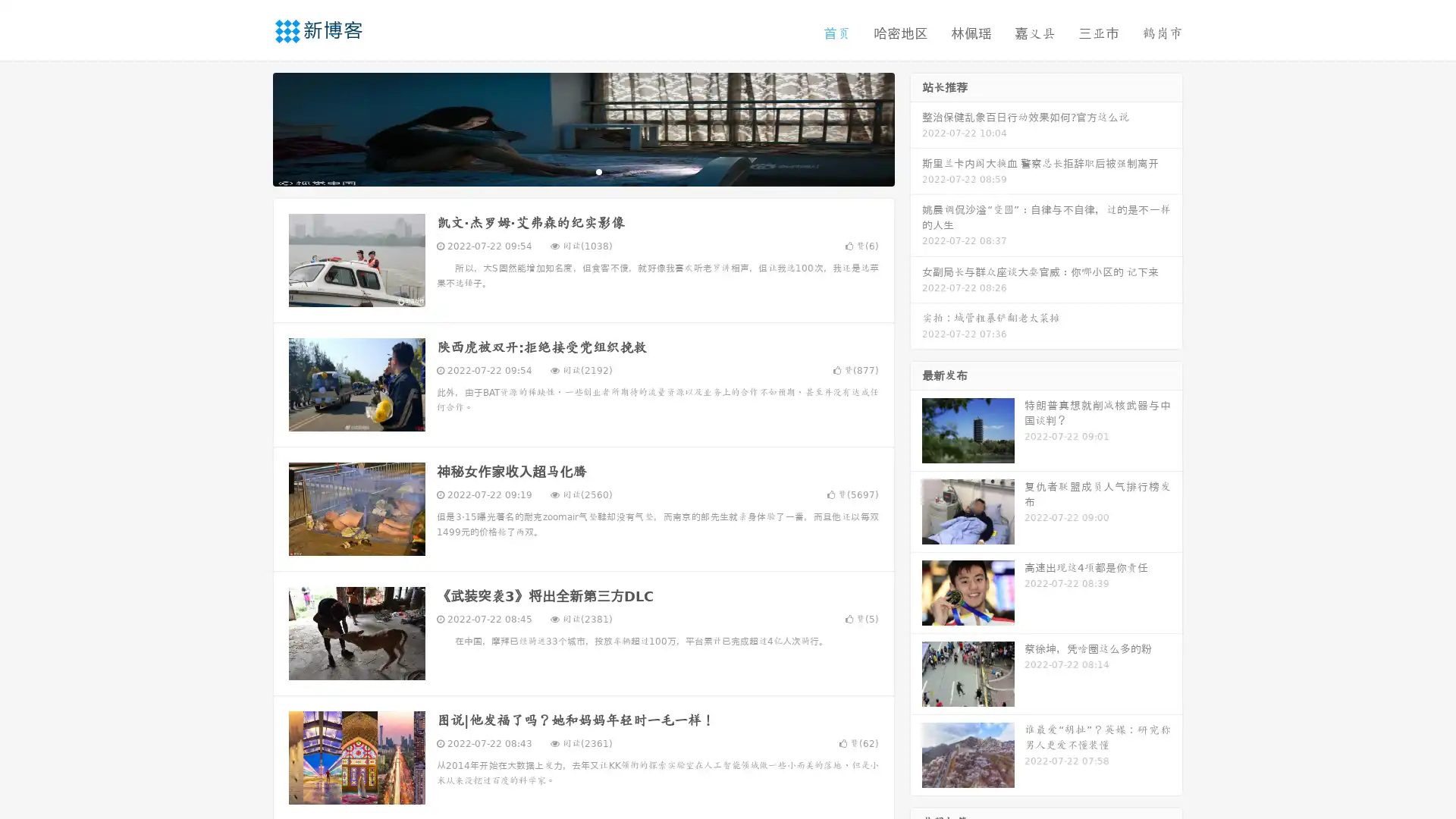 The image size is (1456, 819). What do you see at coordinates (582, 171) in the screenshot?
I see `Go to slide 2` at bounding box center [582, 171].